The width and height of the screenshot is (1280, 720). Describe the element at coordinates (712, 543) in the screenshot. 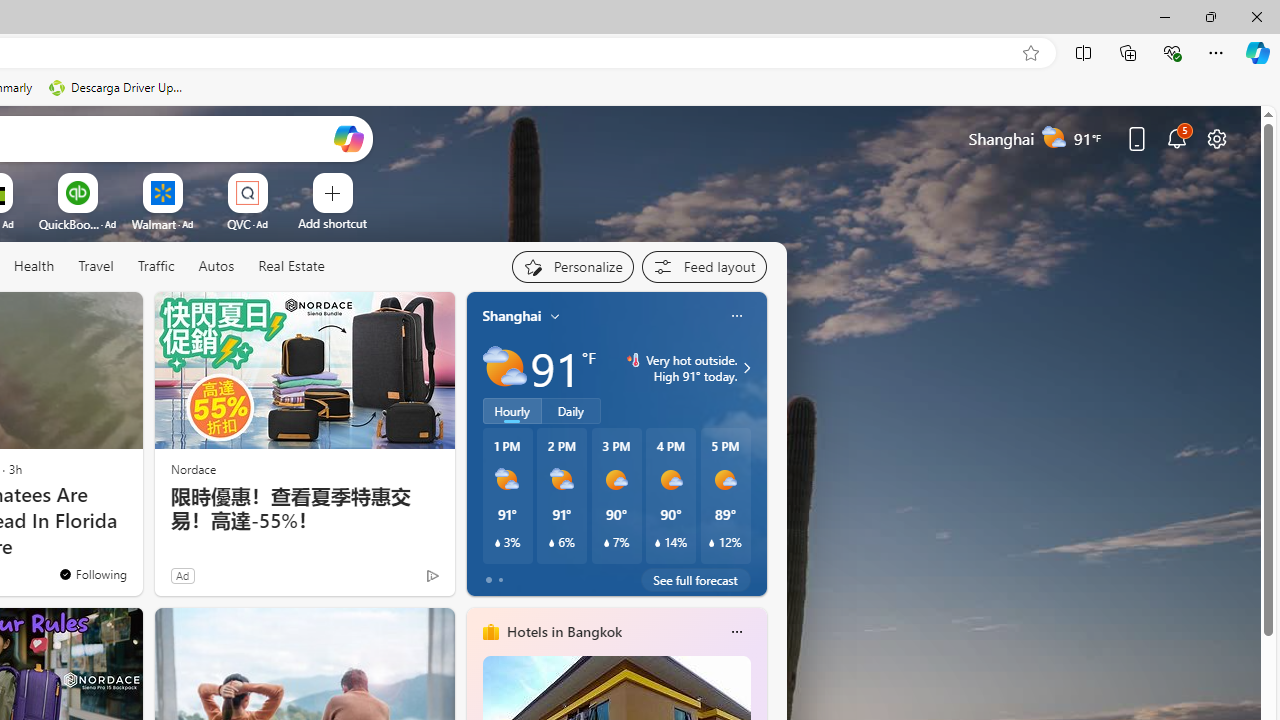

I see `'Class: weather-current-precipitation-glyph'` at that location.